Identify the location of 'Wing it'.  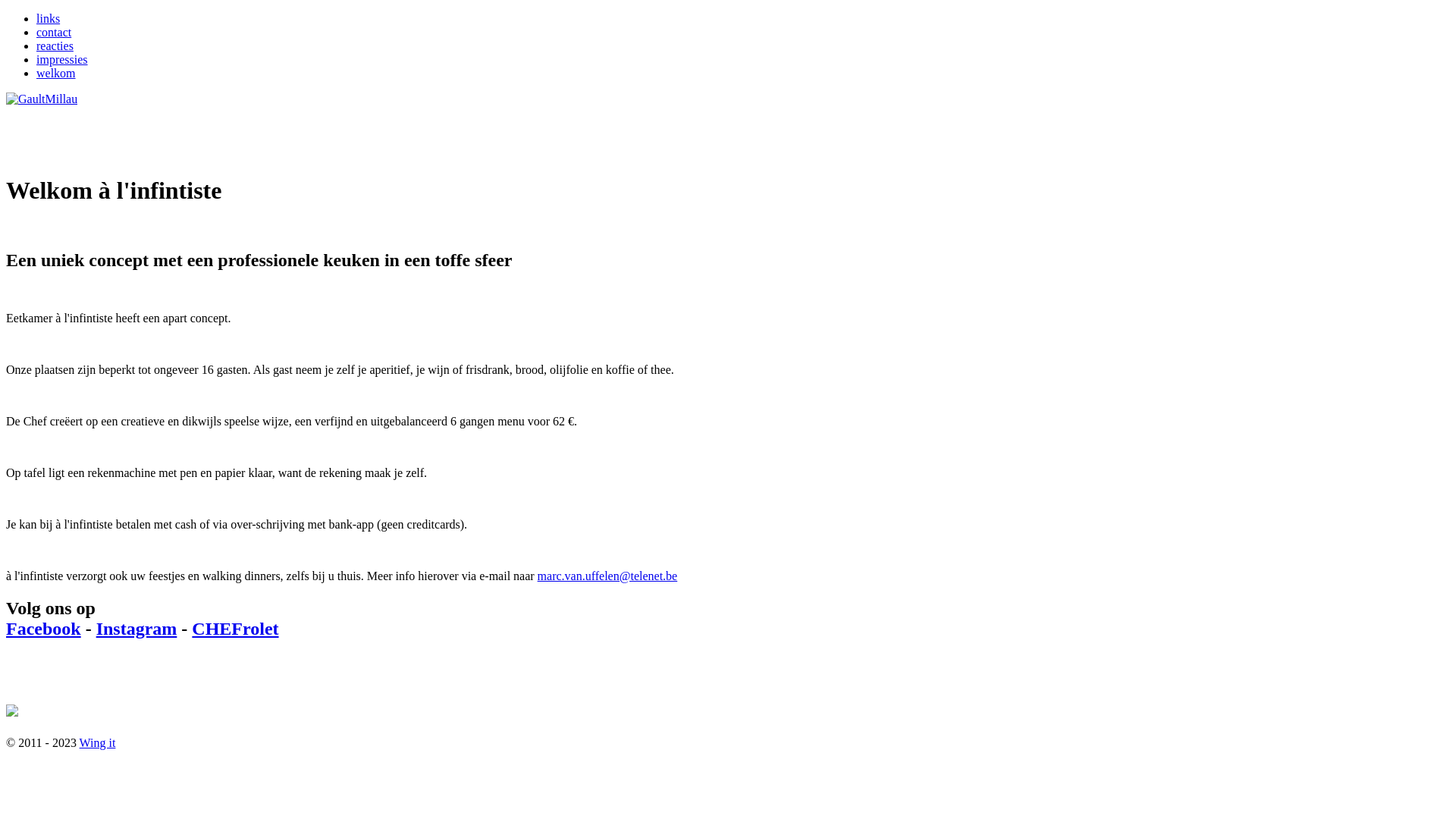
(97, 741).